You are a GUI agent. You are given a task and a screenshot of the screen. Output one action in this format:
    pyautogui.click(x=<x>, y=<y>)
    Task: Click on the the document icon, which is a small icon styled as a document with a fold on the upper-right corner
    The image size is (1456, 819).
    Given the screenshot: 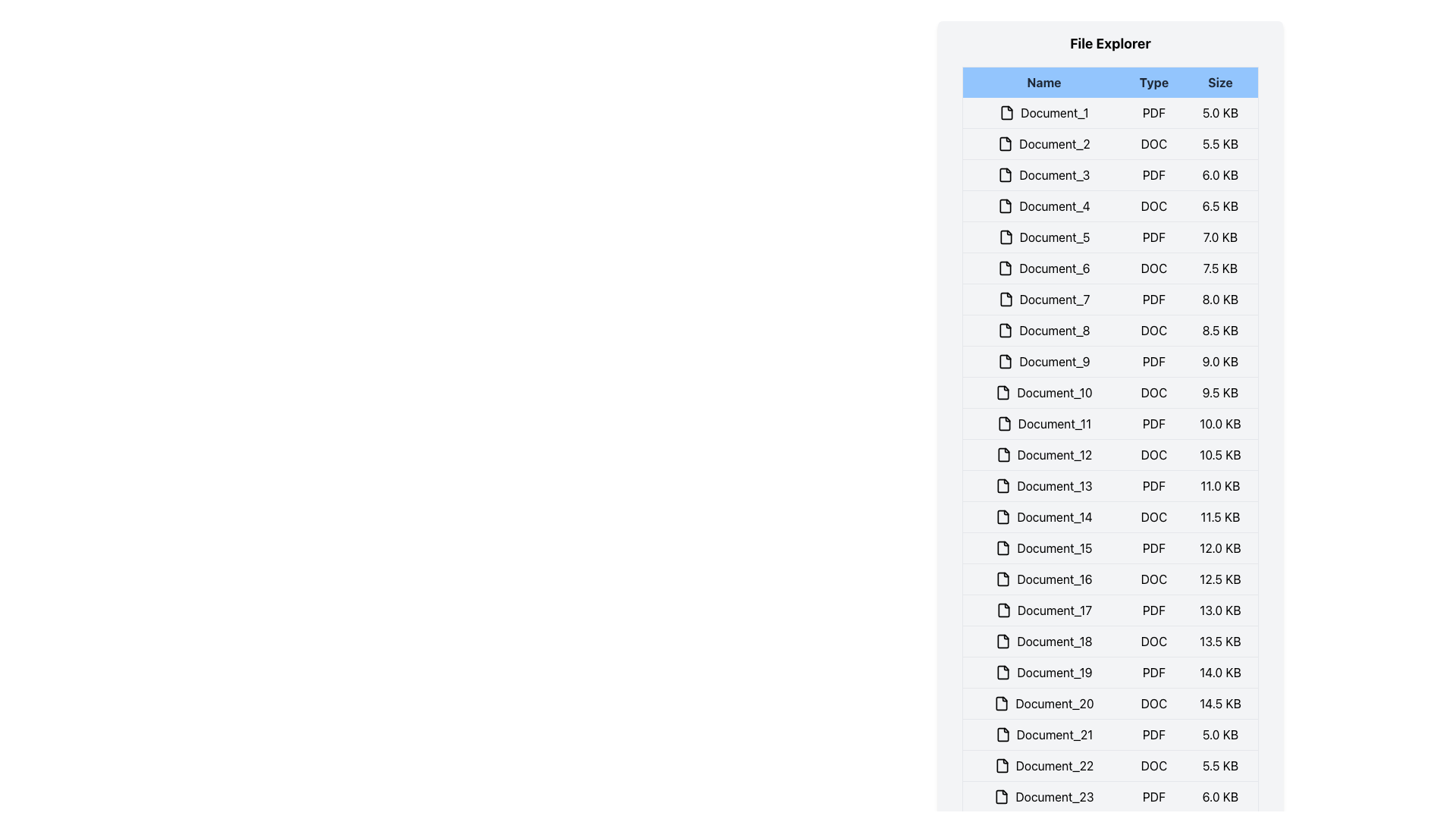 What is the action you would take?
    pyautogui.click(x=1002, y=704)
    